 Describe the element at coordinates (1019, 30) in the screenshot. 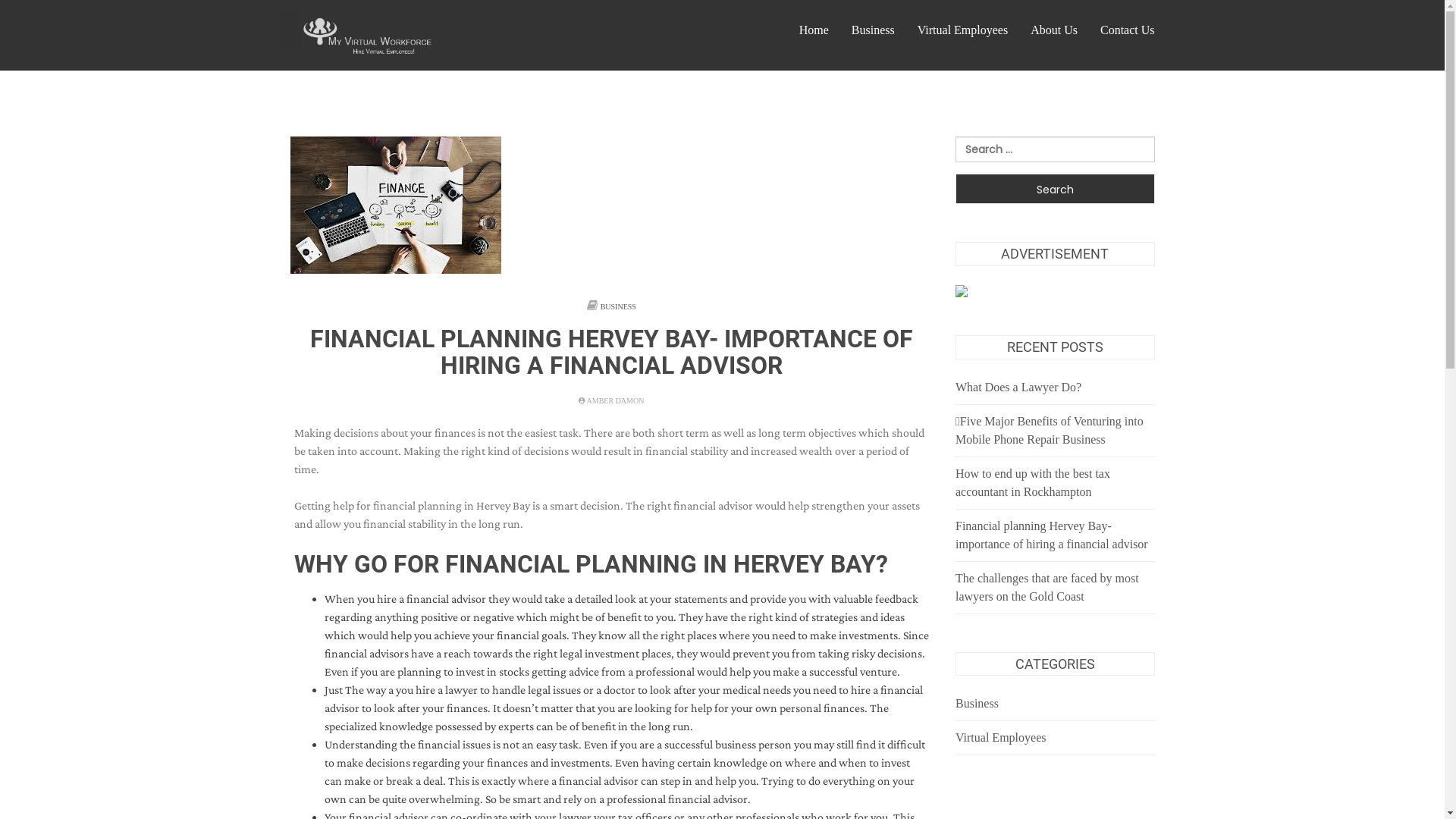

I see `'About Us'` at that location.